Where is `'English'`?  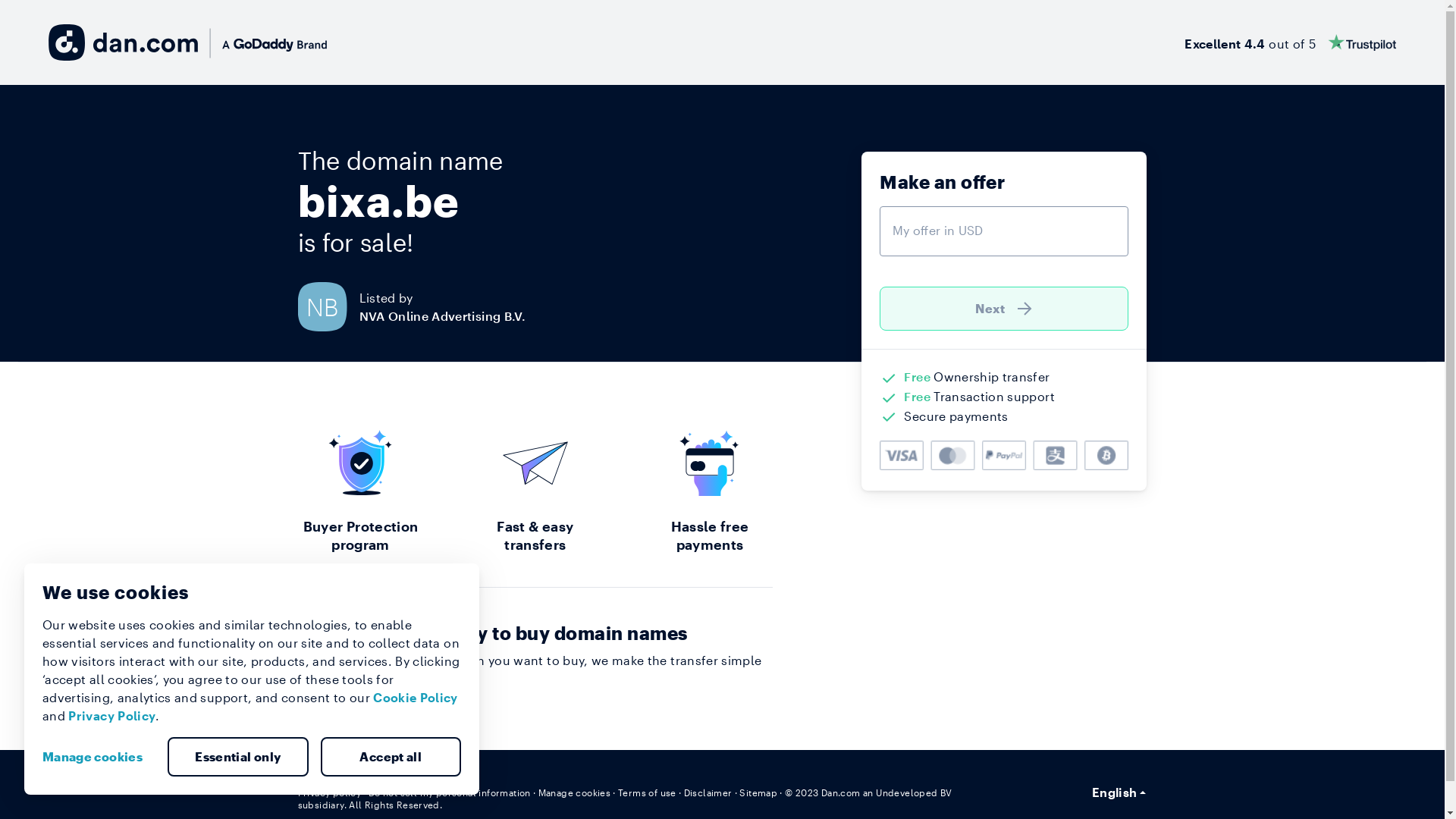 'English' is located at coordinates (1119, 792).